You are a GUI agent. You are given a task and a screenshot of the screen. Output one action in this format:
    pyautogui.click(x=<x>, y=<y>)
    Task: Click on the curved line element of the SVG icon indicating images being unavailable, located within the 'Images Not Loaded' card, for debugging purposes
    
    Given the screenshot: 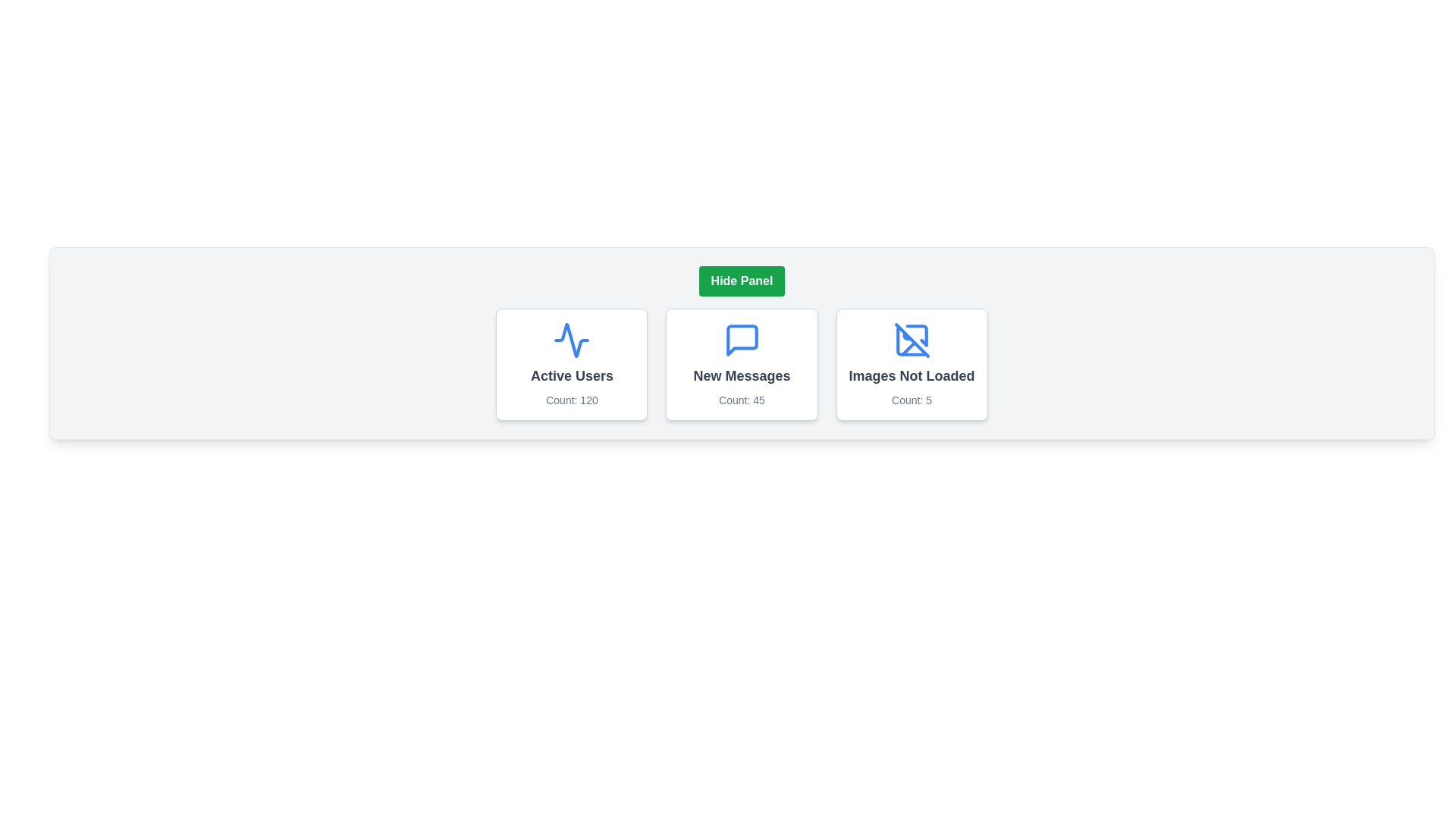 What is the action you would take?
    pyautogui.click(x=915, y=334)
    